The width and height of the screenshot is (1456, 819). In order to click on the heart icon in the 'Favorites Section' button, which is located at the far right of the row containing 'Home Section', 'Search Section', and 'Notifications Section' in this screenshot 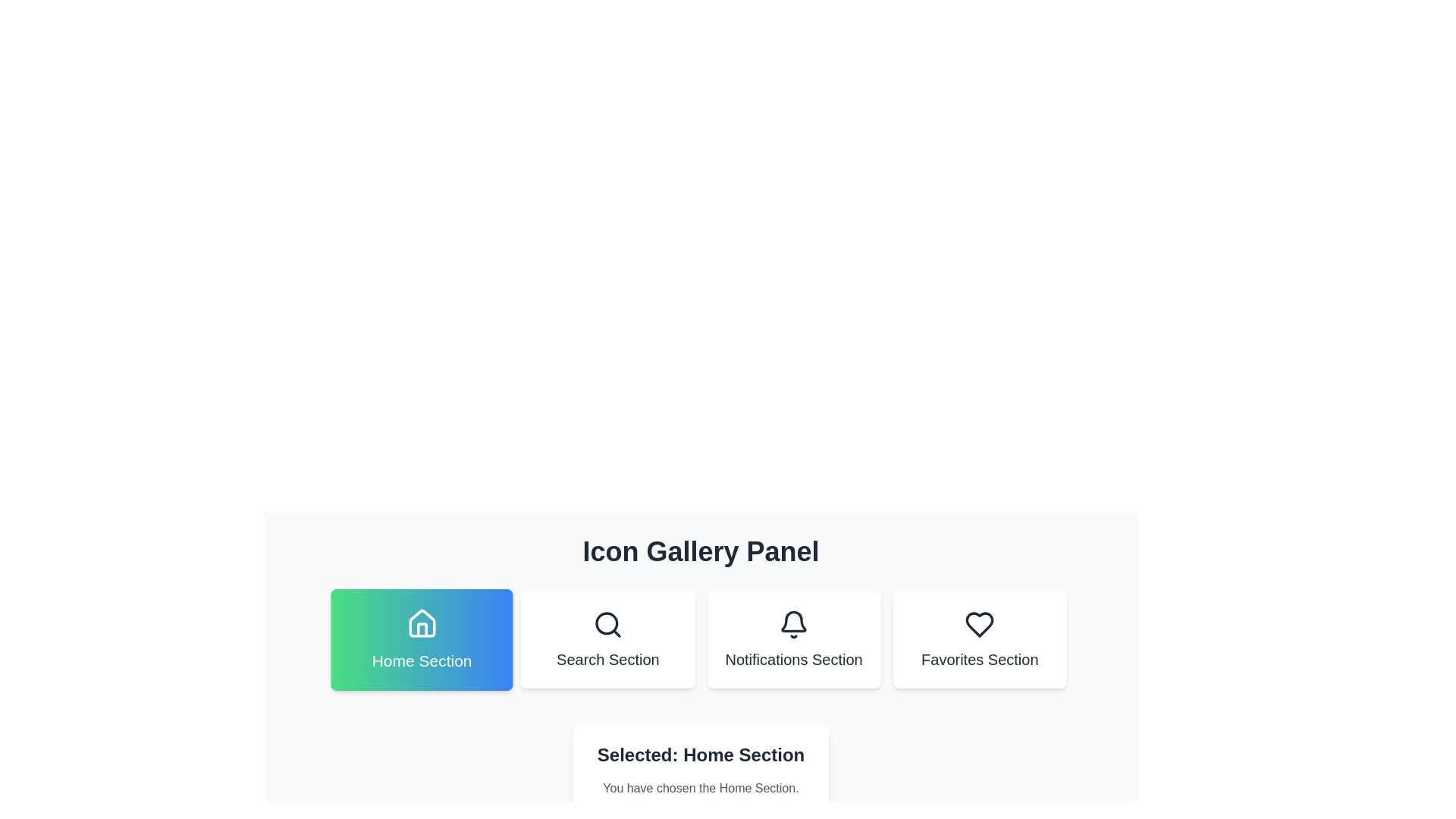, I will do `click(980, 625)`.